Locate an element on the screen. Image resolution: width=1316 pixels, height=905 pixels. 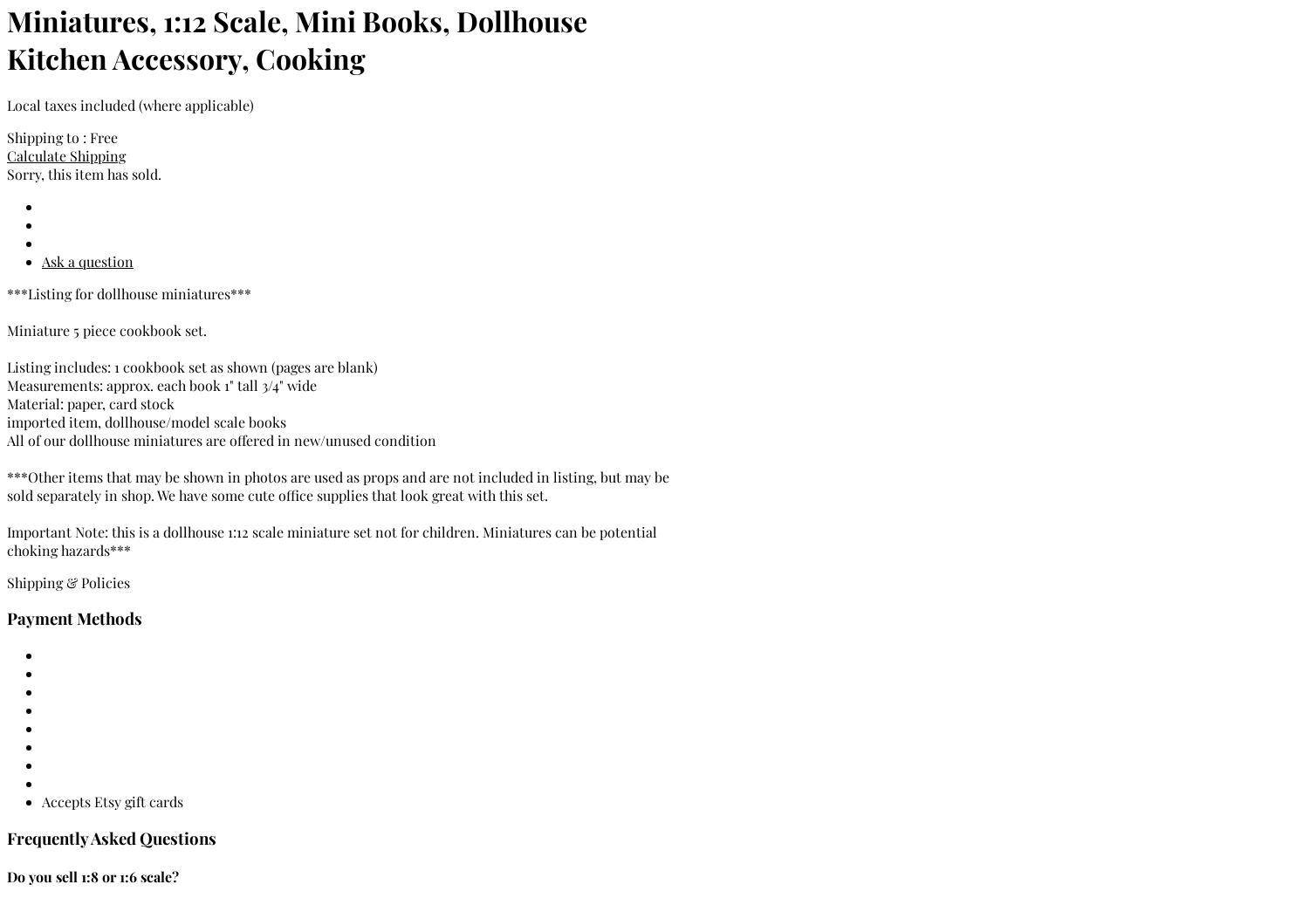
'***Other items that may be shown in photos are used as props and are not included in listing, but may be sold separately in shop. We have some cute office supplies that look great with this set.' is located at coordinates (338, 485).